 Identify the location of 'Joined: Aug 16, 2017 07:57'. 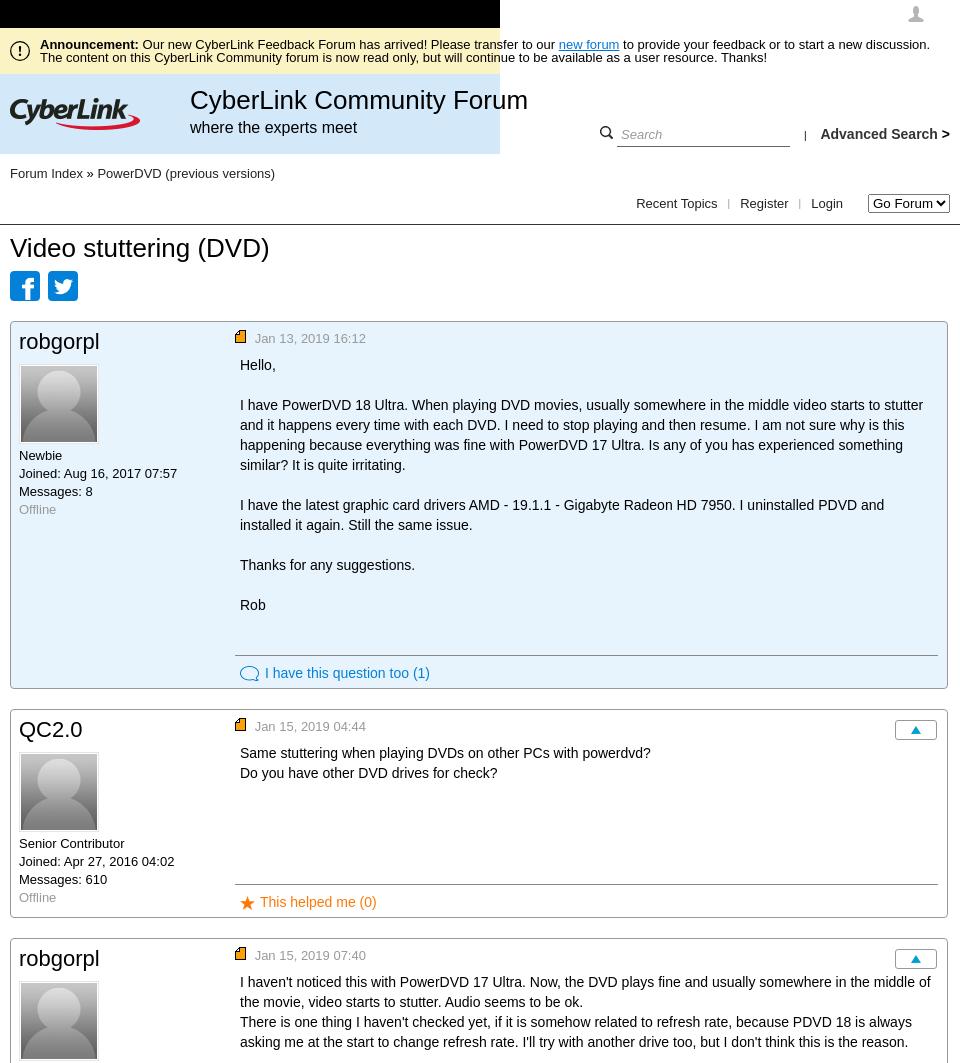
(98, 473).